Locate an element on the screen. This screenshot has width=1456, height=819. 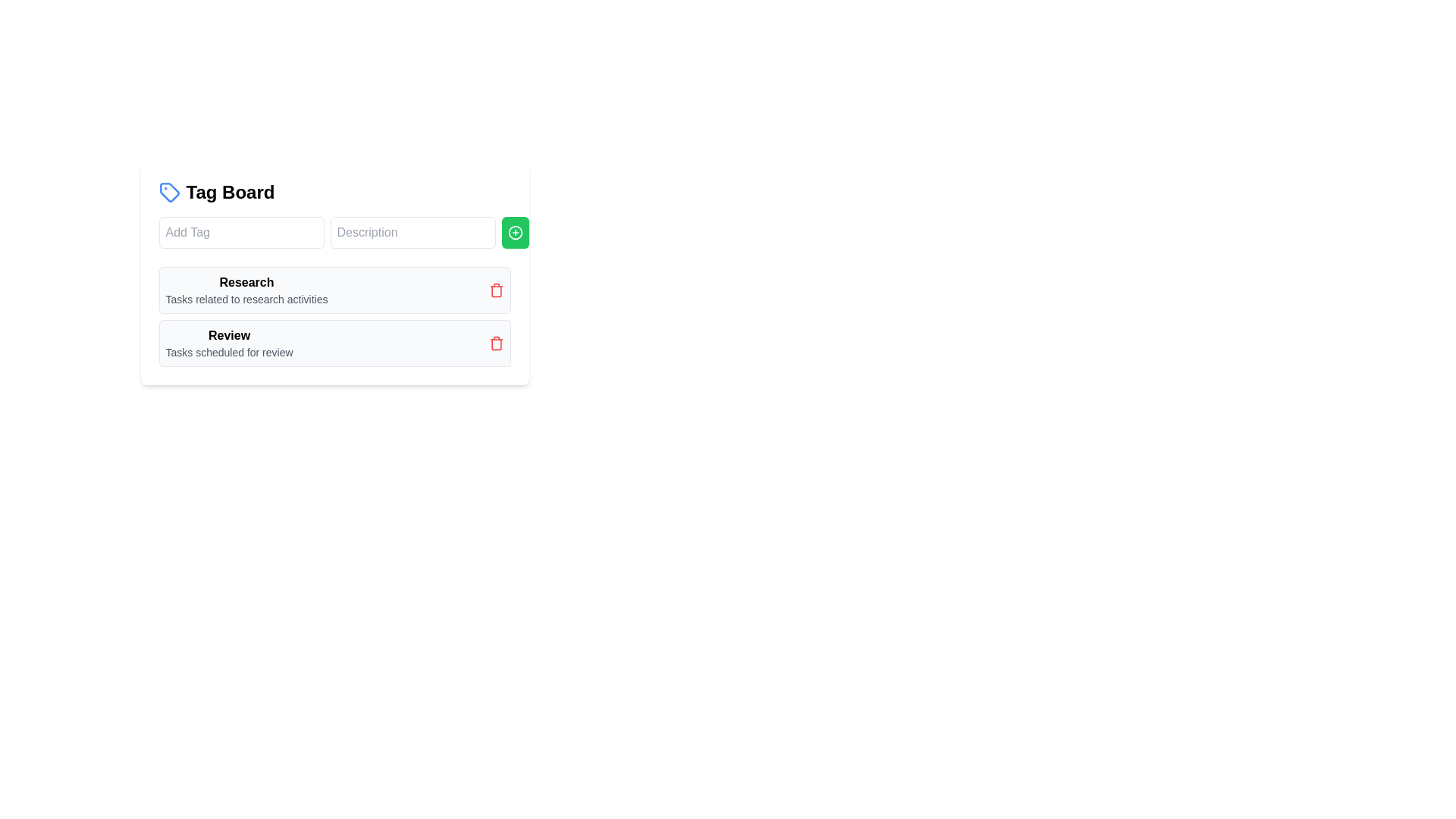
the delete button located at the far right of the 'Review' task row is located at coordinates (496, 343).